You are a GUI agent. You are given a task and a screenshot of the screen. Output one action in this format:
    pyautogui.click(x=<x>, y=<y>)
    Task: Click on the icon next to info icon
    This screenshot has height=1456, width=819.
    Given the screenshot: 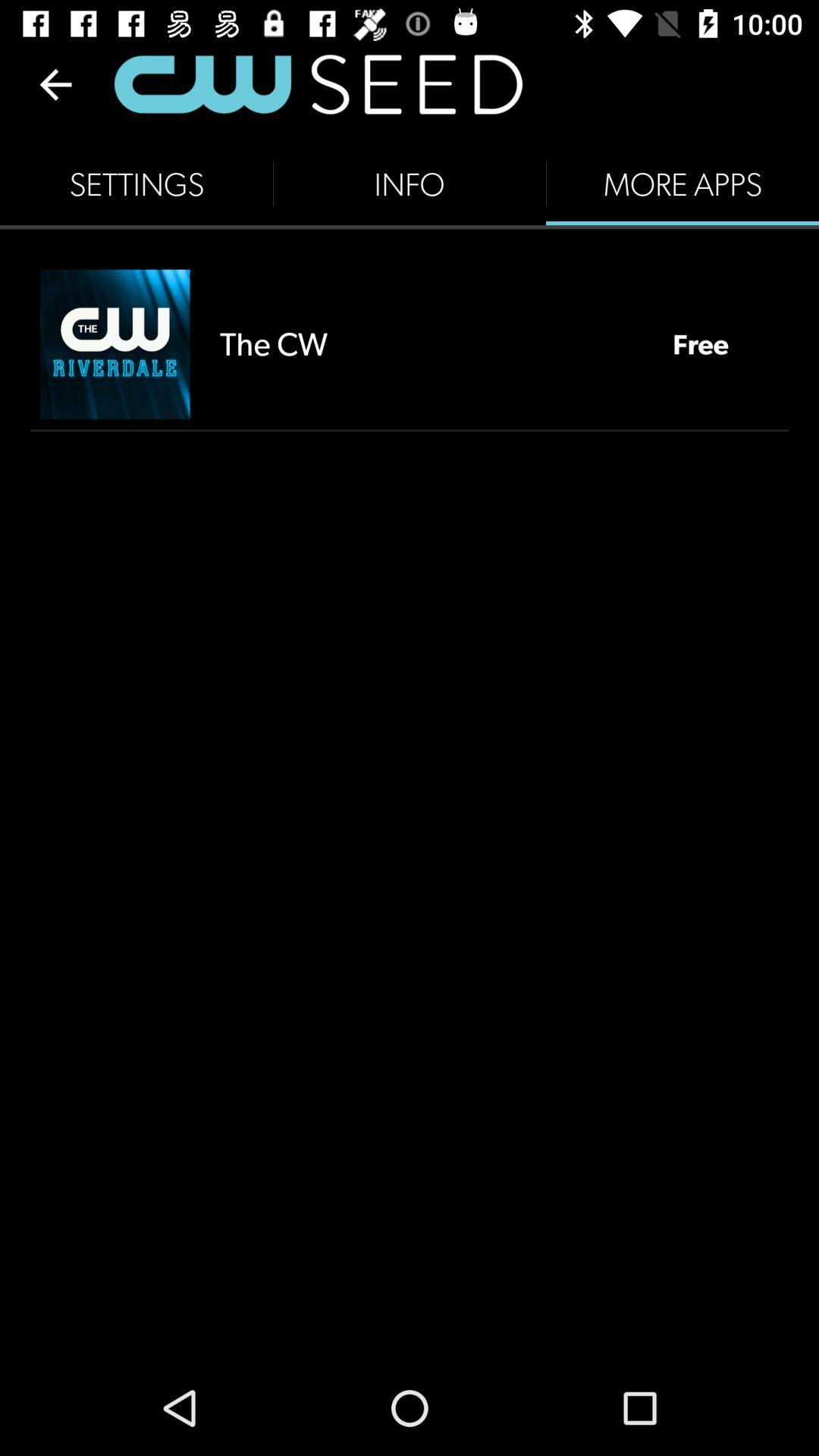 What is the action you would take?
    pyautogui.click(x=136, y=184)
    